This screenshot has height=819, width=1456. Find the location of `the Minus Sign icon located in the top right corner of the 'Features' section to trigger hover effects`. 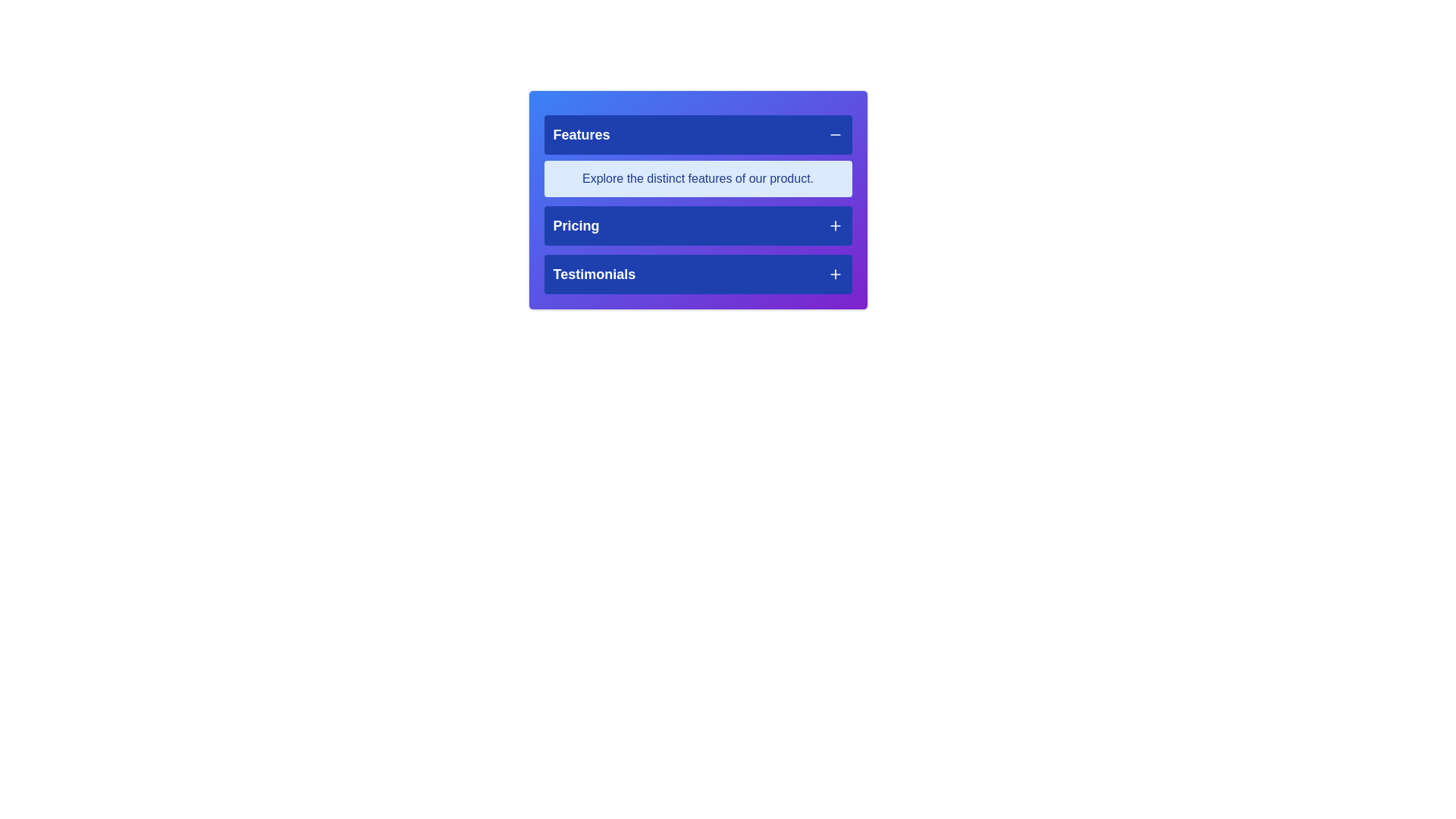

the Minus Sign icon located in the top right corner of the 'Features' section to trigger hover effects is located at coordinates (834, 133).